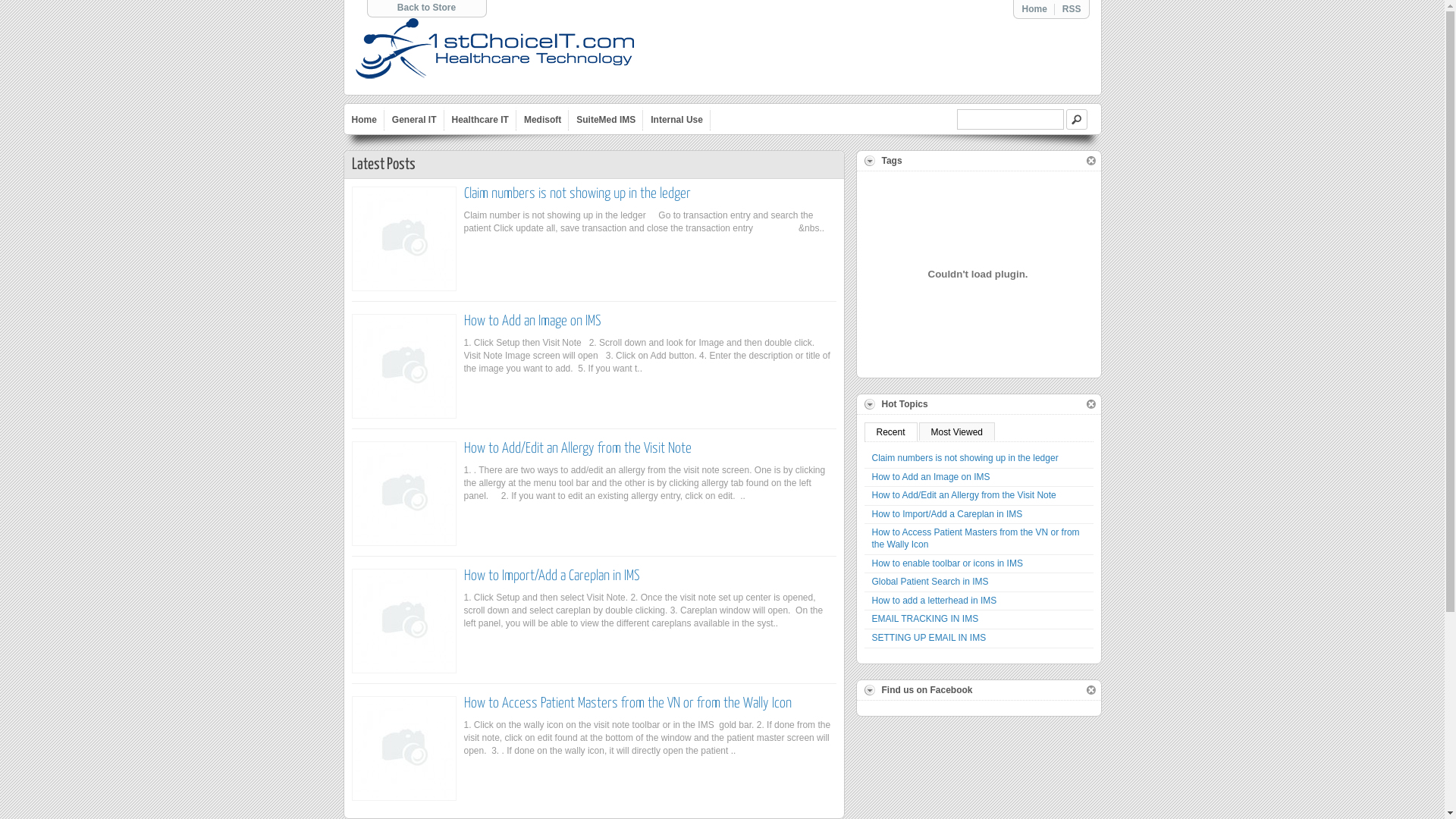 The width and height of the screenshot is (1456, 819). I want to click on 'SETTING UP EMAIL IN IMS', so click(979, 639).